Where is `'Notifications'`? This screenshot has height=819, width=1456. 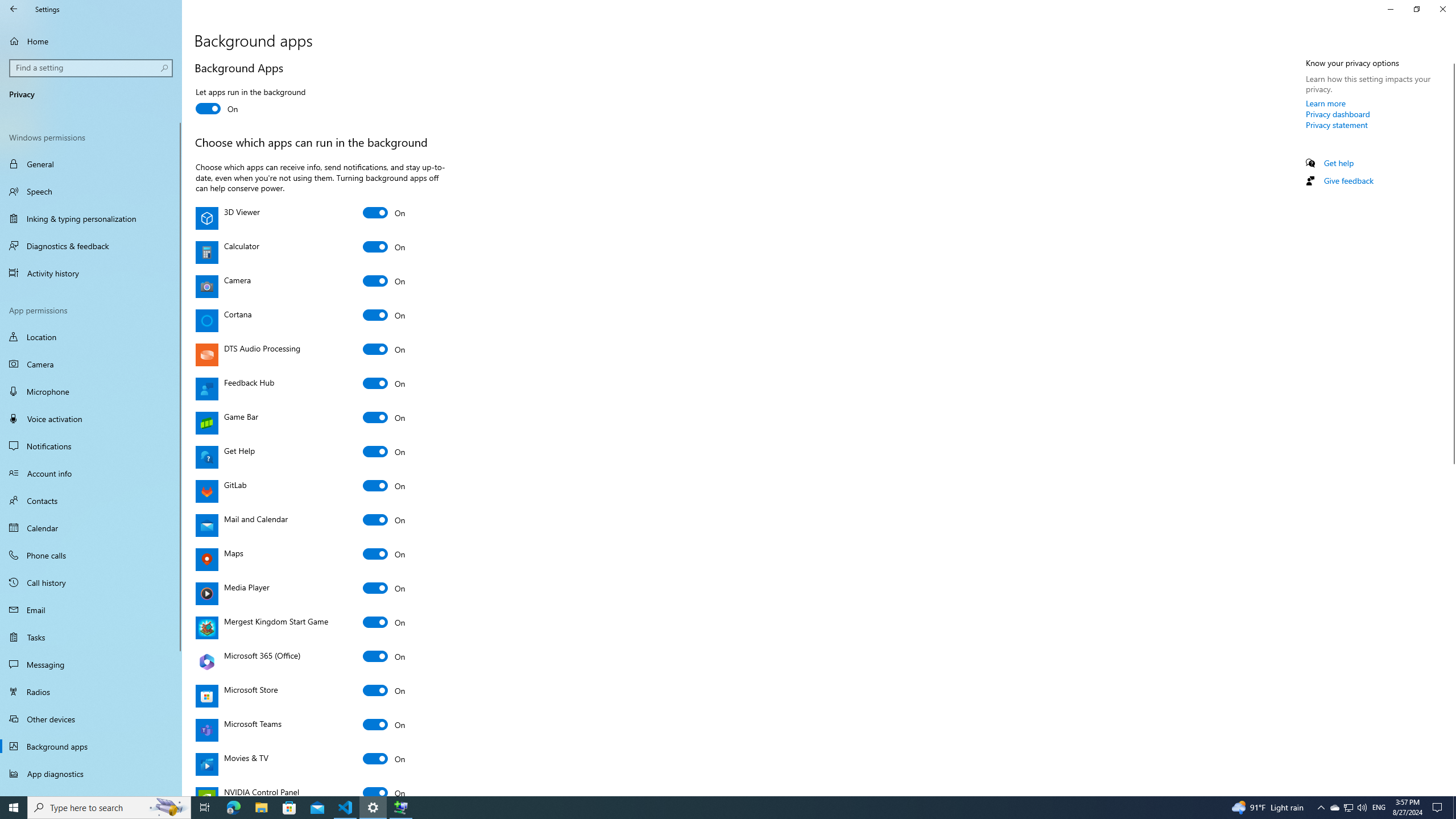
'Notifications' is located at coordinates (90, 446).